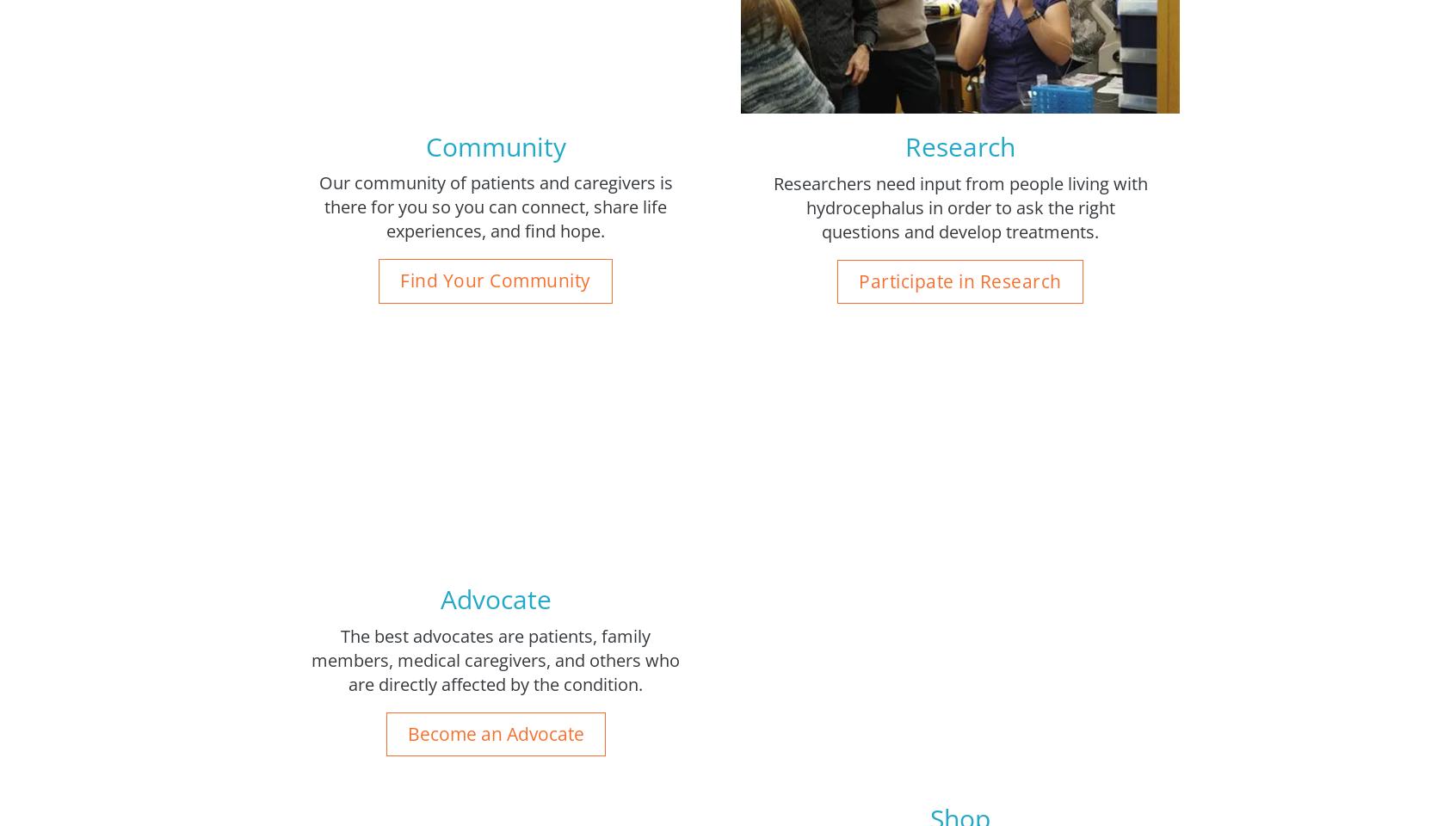 The width and height of the screenshot is (1456, 826). I want to click on 'Participate in Research', so click(959, 280).